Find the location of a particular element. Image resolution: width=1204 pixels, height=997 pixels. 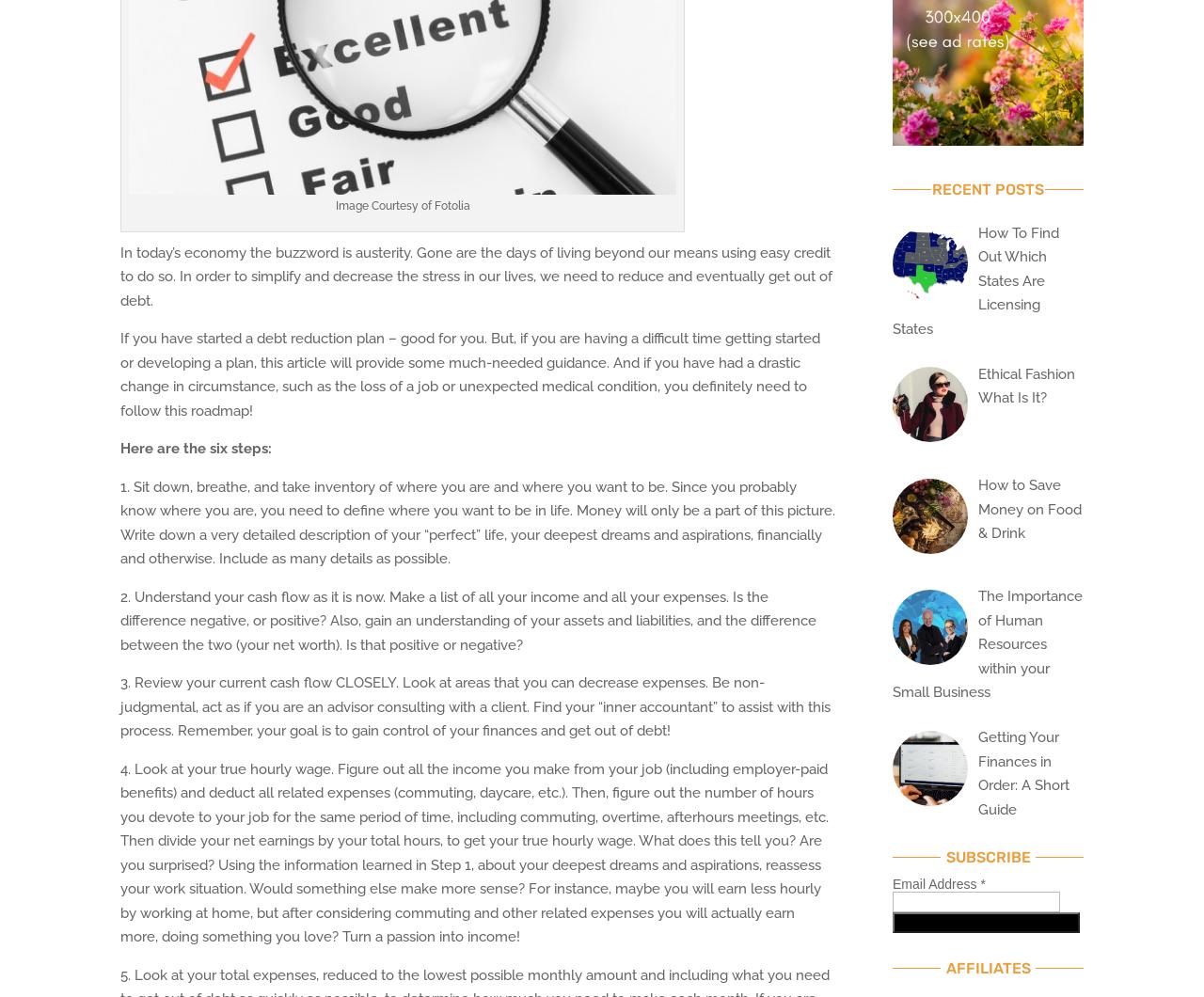

'2. Understand your cash flow as it is now. Make a list of all your income and all your expenses. Is the difference negative, or positive? Also, gain an understanding of your assets and liabilities, and the difference between the two (your net worth). Is that positive or negative?' is located at coordinates (119, 620).